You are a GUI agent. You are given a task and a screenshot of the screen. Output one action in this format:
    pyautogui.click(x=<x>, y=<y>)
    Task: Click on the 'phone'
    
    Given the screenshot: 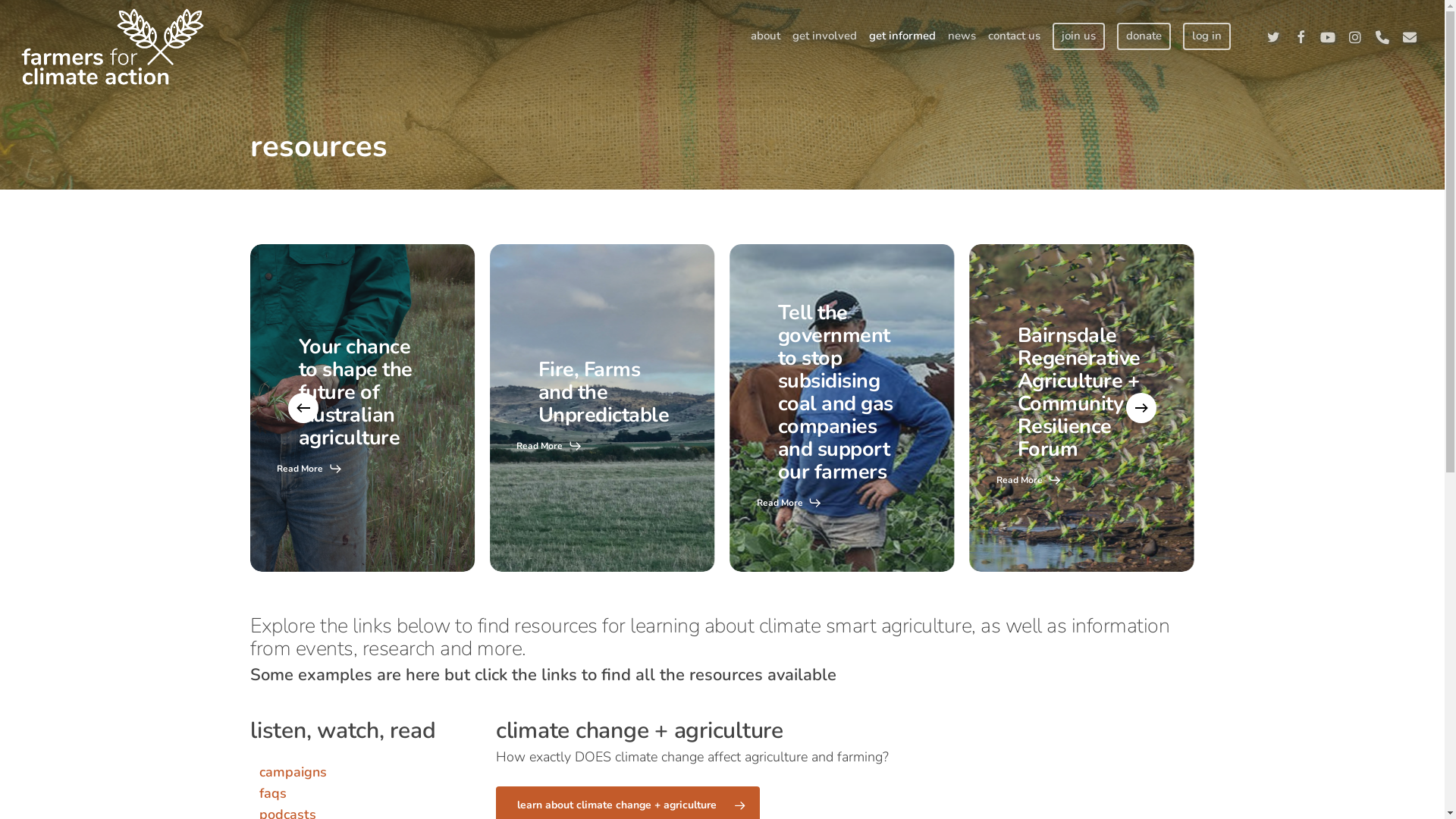 What is the action you would take?
    pyautogui.click(x=1382, y=35)
    